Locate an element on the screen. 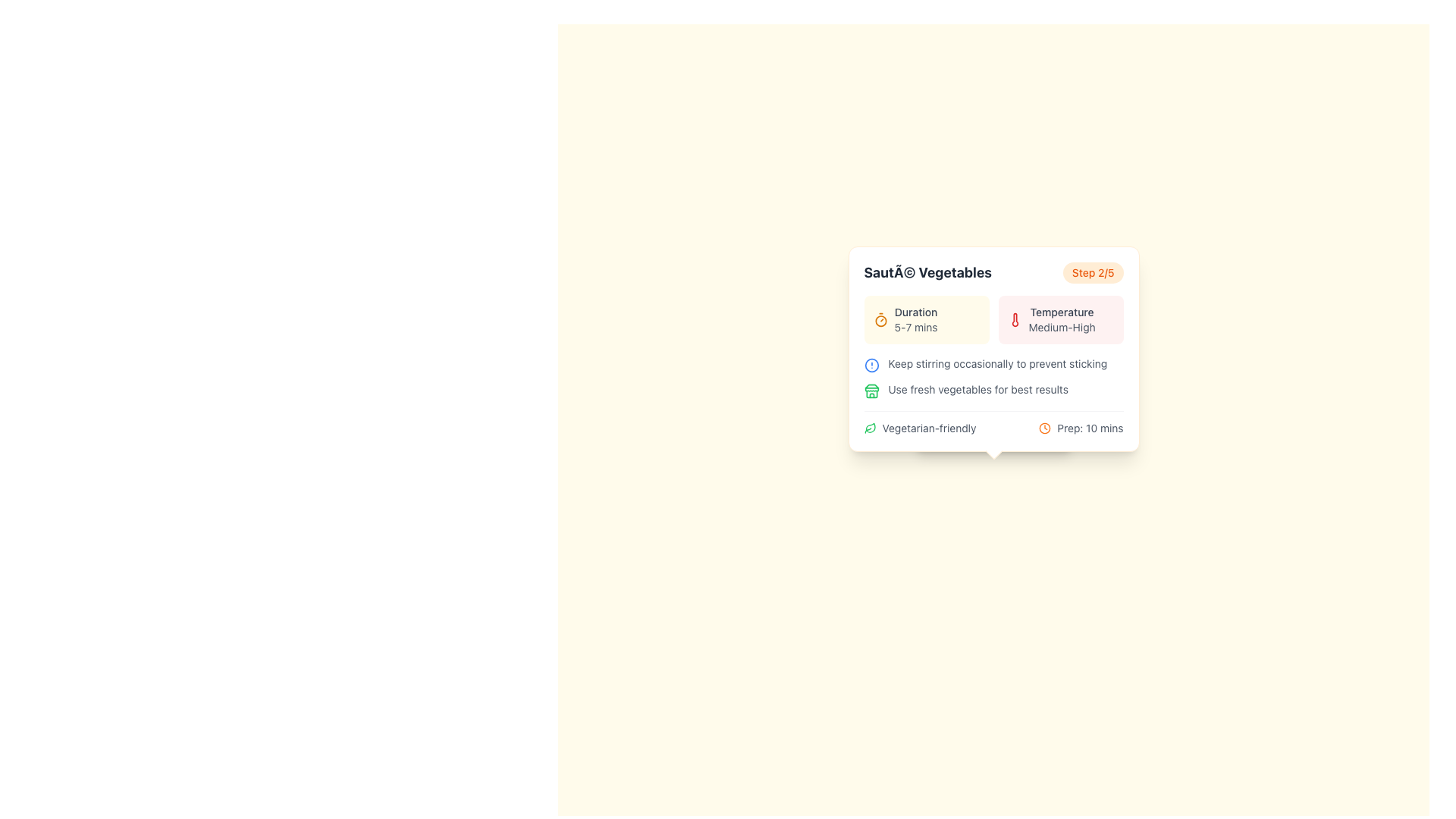  the informational text 'Use fresh vegetables for best results' accompanied by a green store icon, positioned under the 'Sauté Vegetables' block is located at coordinates (993, 390).